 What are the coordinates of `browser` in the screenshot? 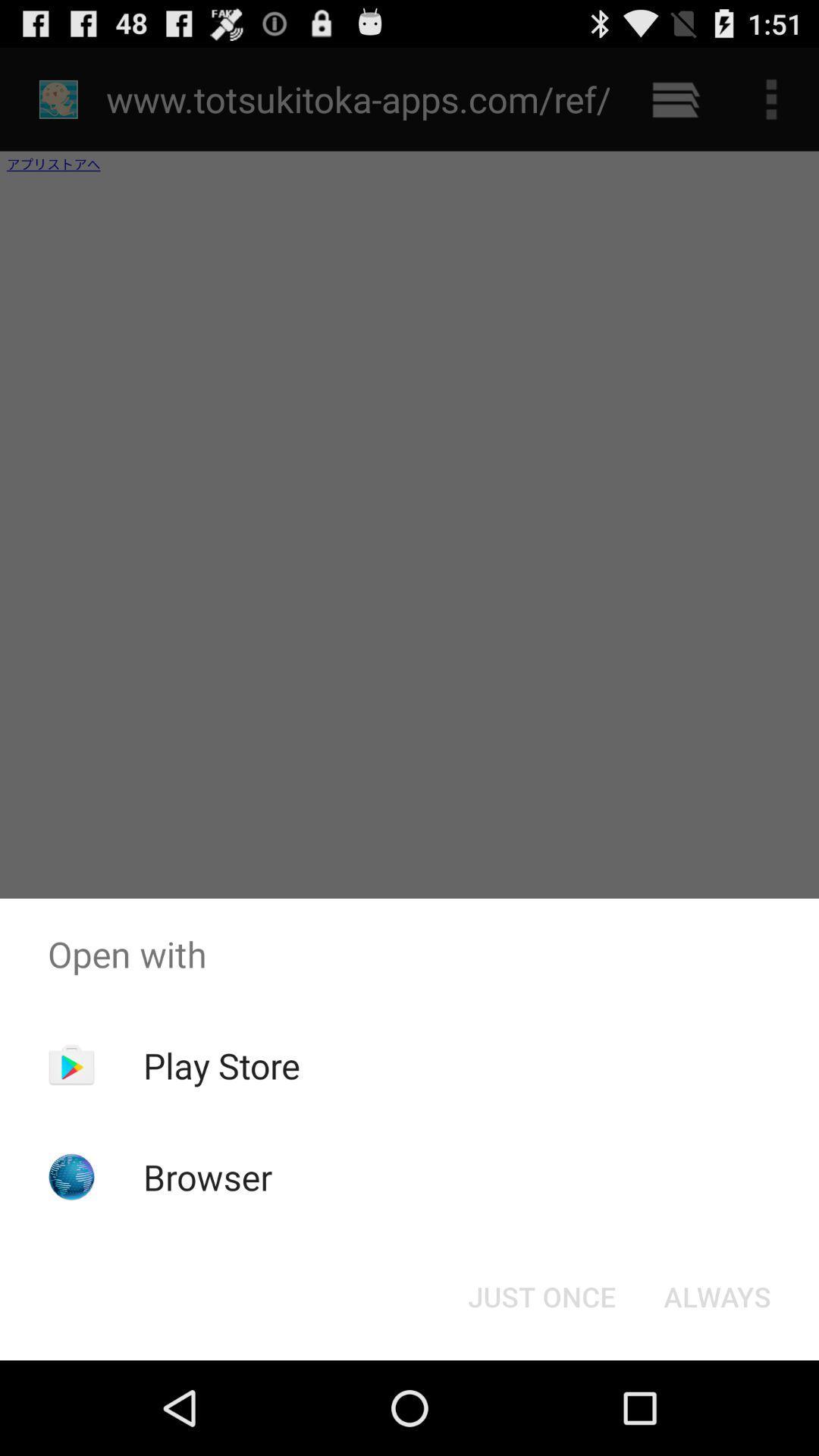 It's located at (208, 1176).